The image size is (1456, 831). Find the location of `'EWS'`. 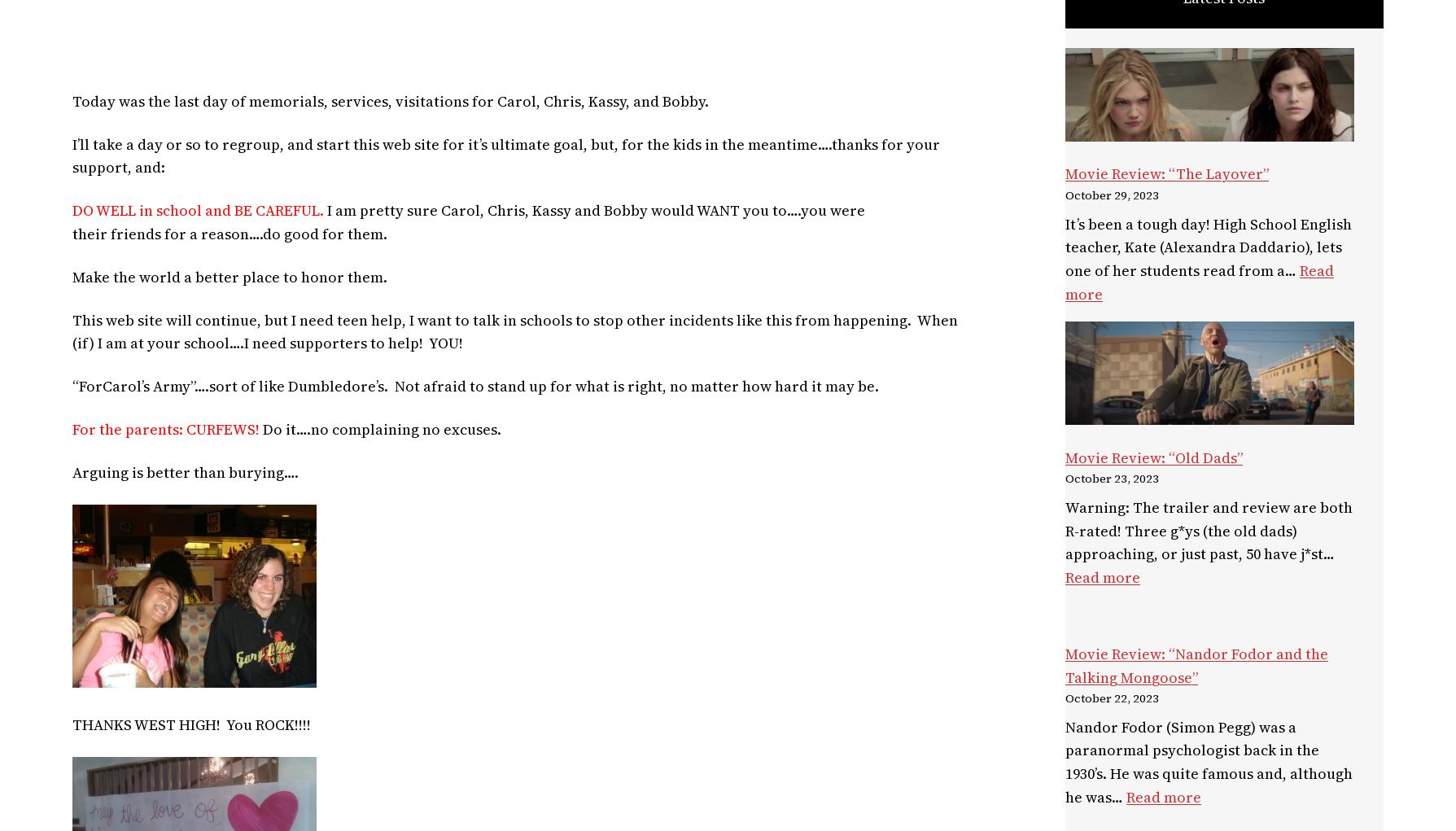

'EWS' is located at coordinates (239, 429).